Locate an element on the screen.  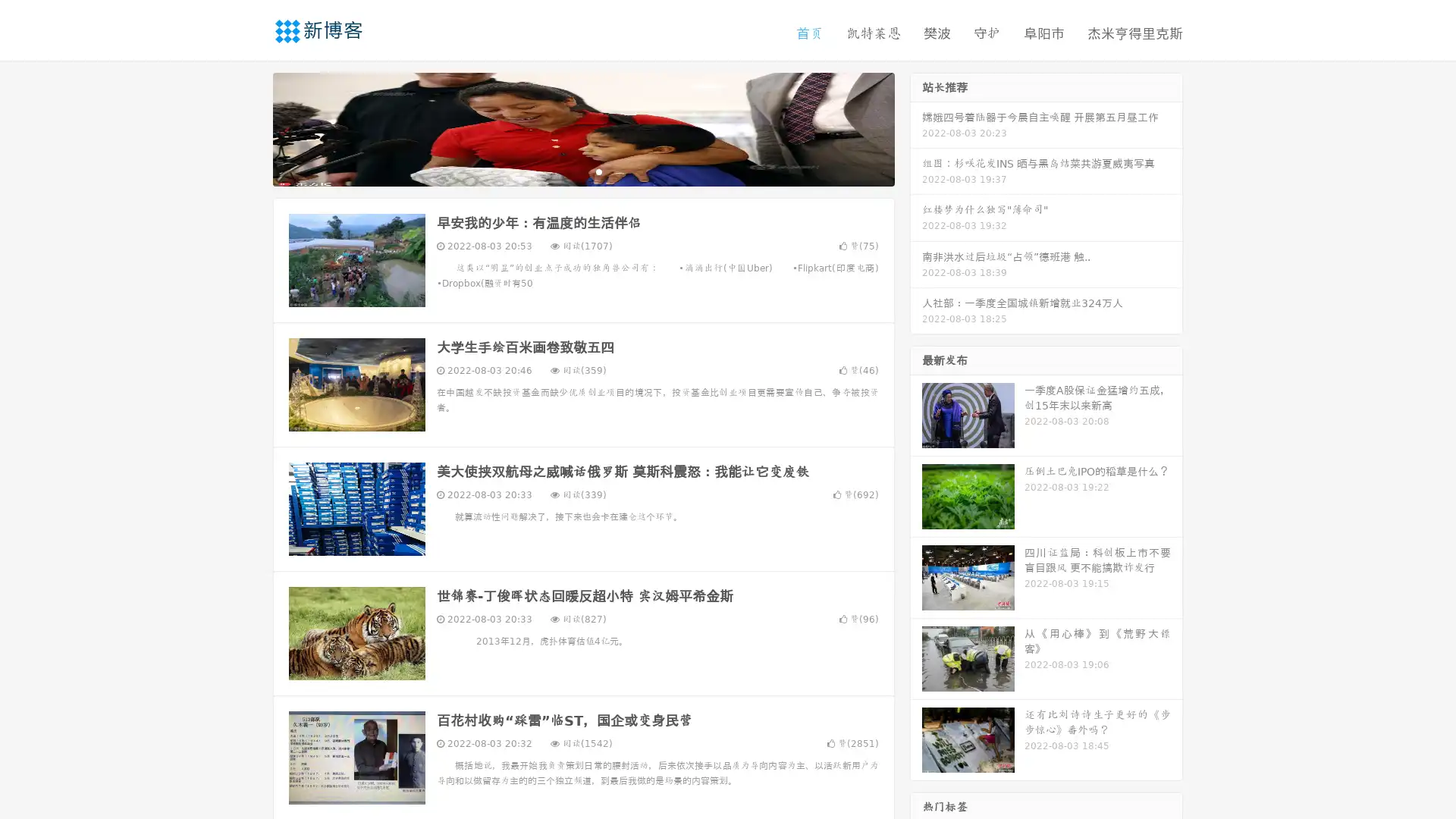
Go to slide 3 is located at coordinates (598, 171).